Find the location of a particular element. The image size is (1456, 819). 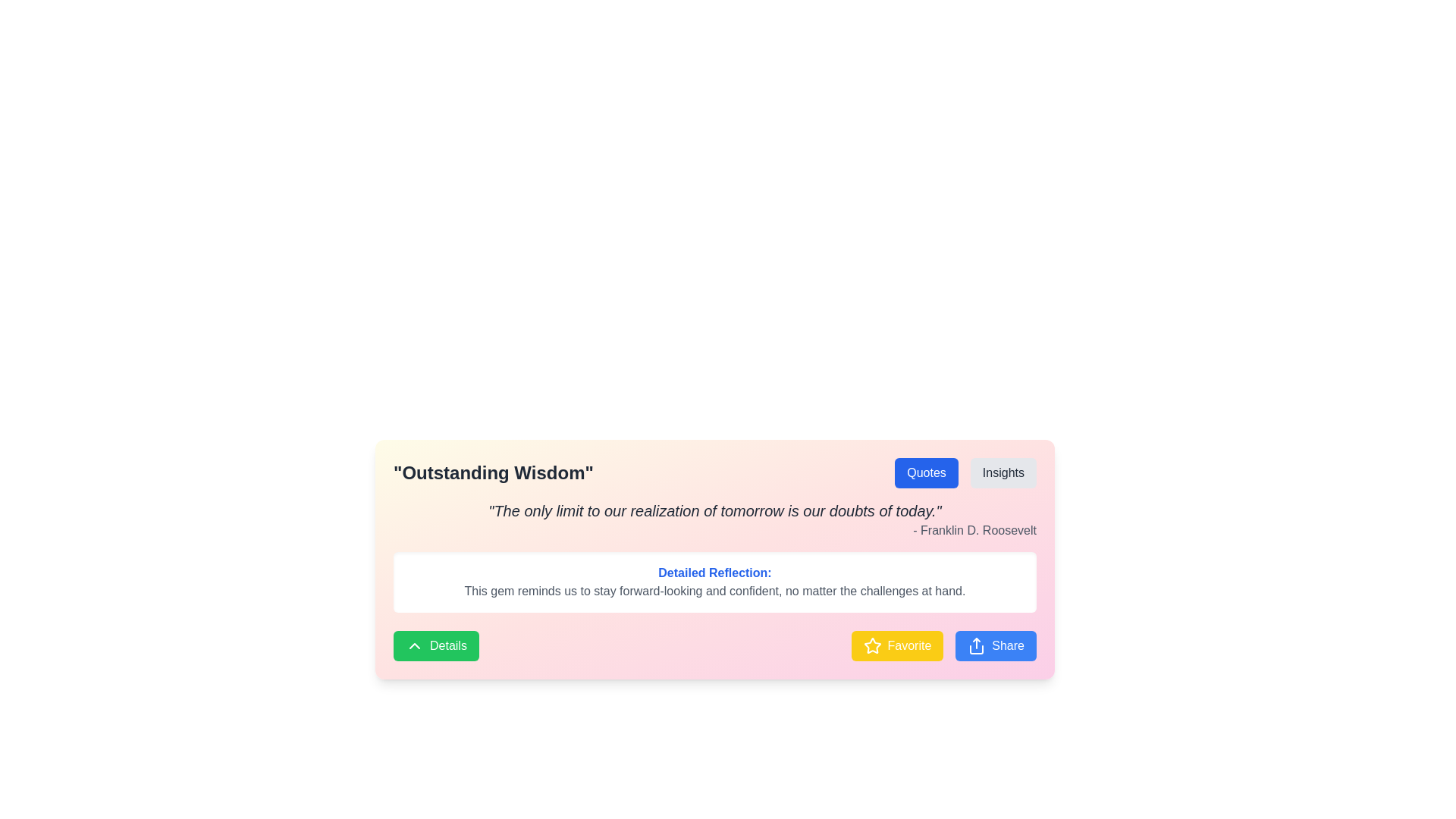

the star icon with a yellow fill located to the left of the 'Favorite' text on the action controls at the bottom of the card is located at coordinates (872, 646).